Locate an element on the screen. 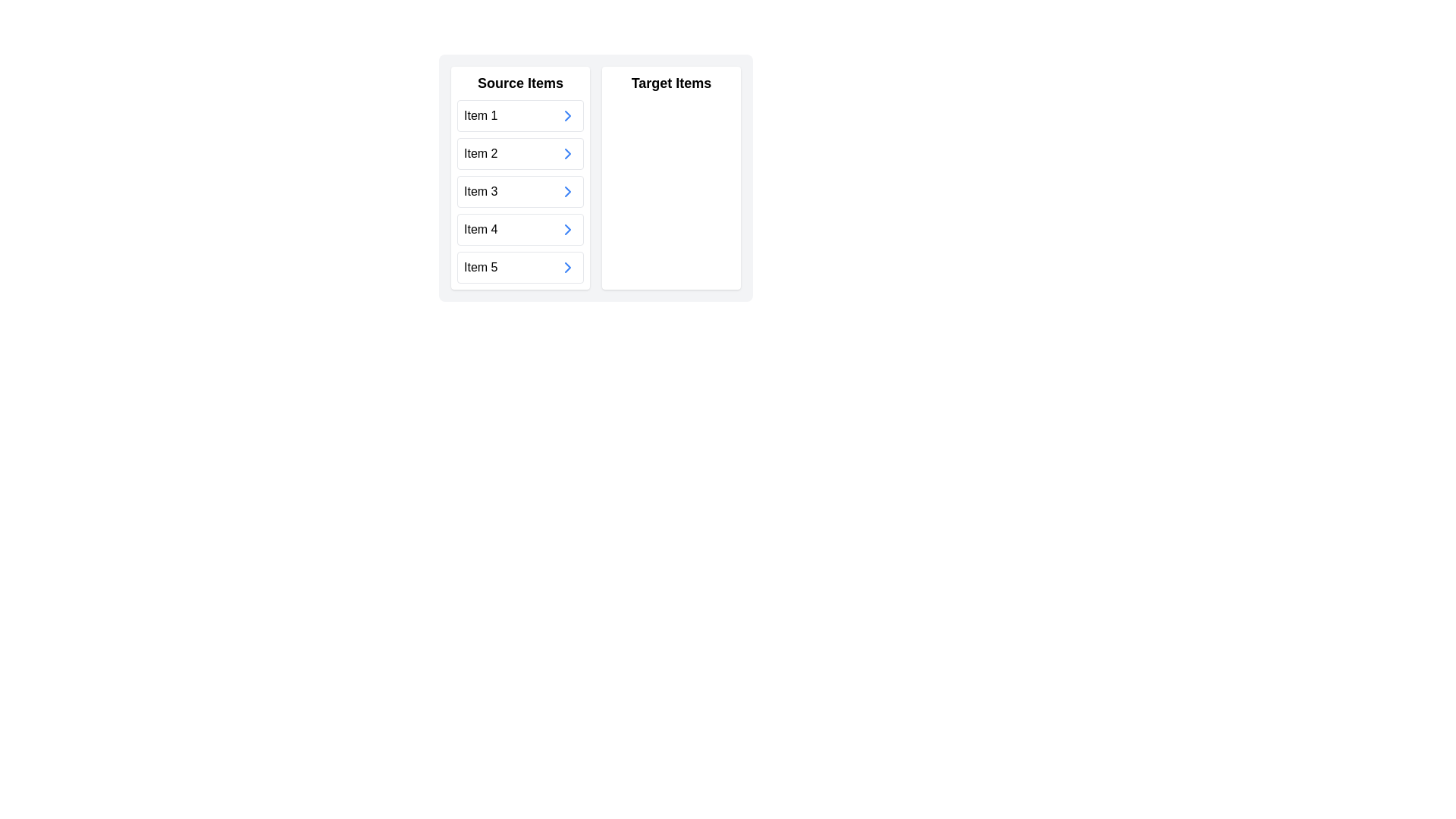  the right chevron arrow icon located next to 'Item 4' is located at coordinates (566, 230).